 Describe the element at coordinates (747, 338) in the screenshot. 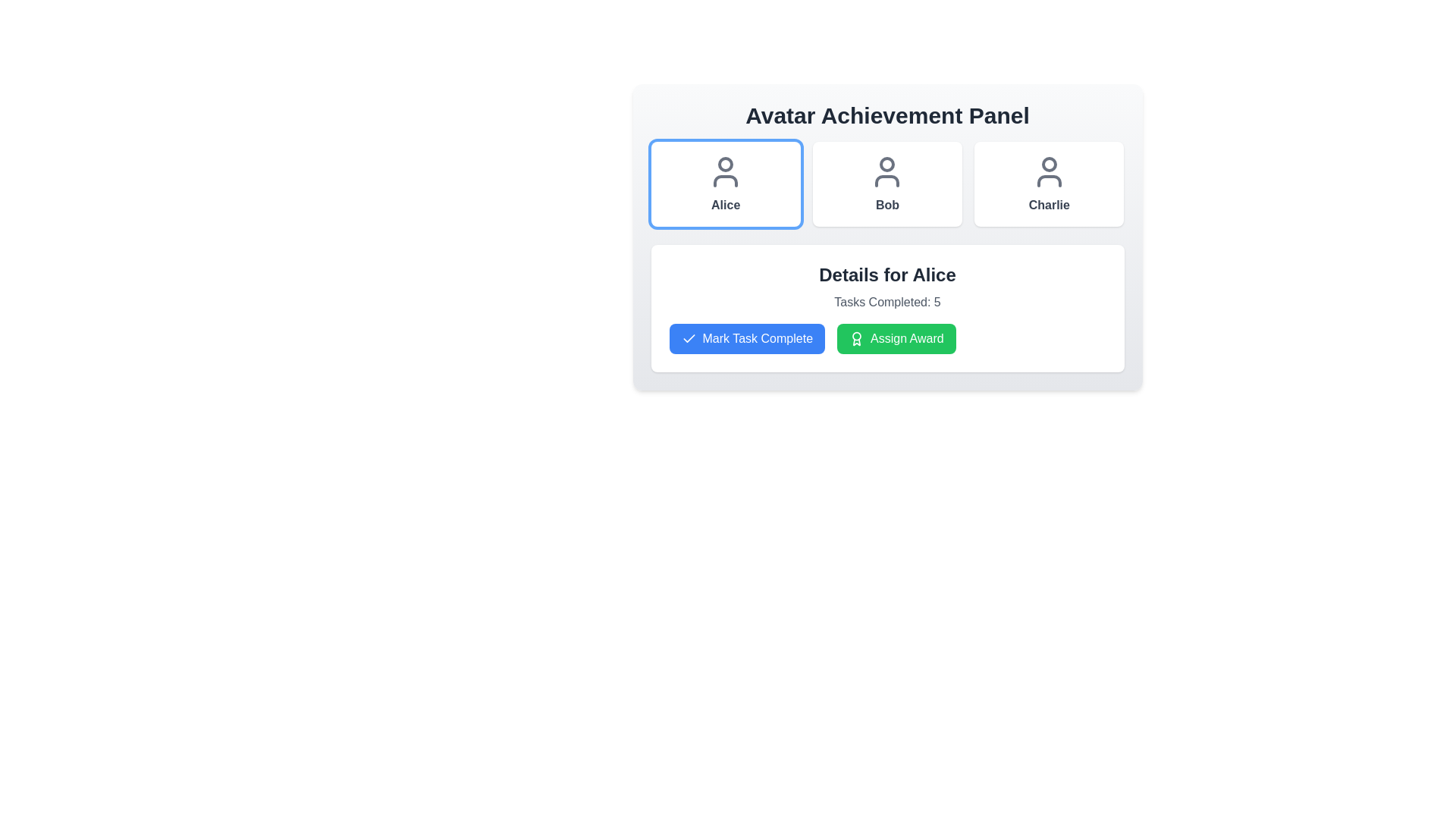

I see `the button used to mark a task as complete in the 'Avatar Achievement Panel' under 'Details for Alice'` at that location.